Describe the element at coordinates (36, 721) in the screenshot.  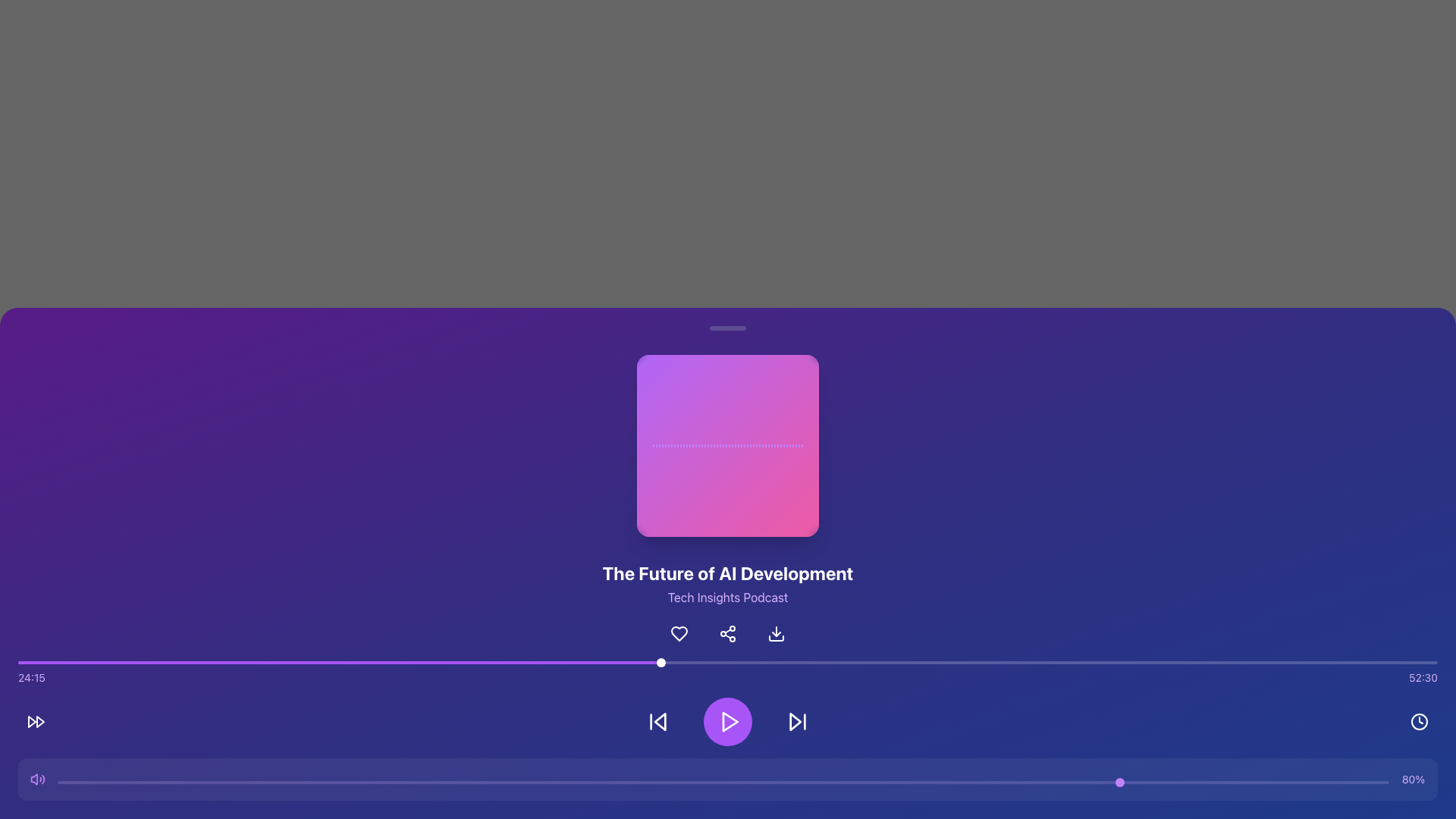
I see `the fast-forward icon, which is represented by a minimalistic double-arrow shape, located in the bottom section of the control interface, second to the right among sibling controls` at that location.